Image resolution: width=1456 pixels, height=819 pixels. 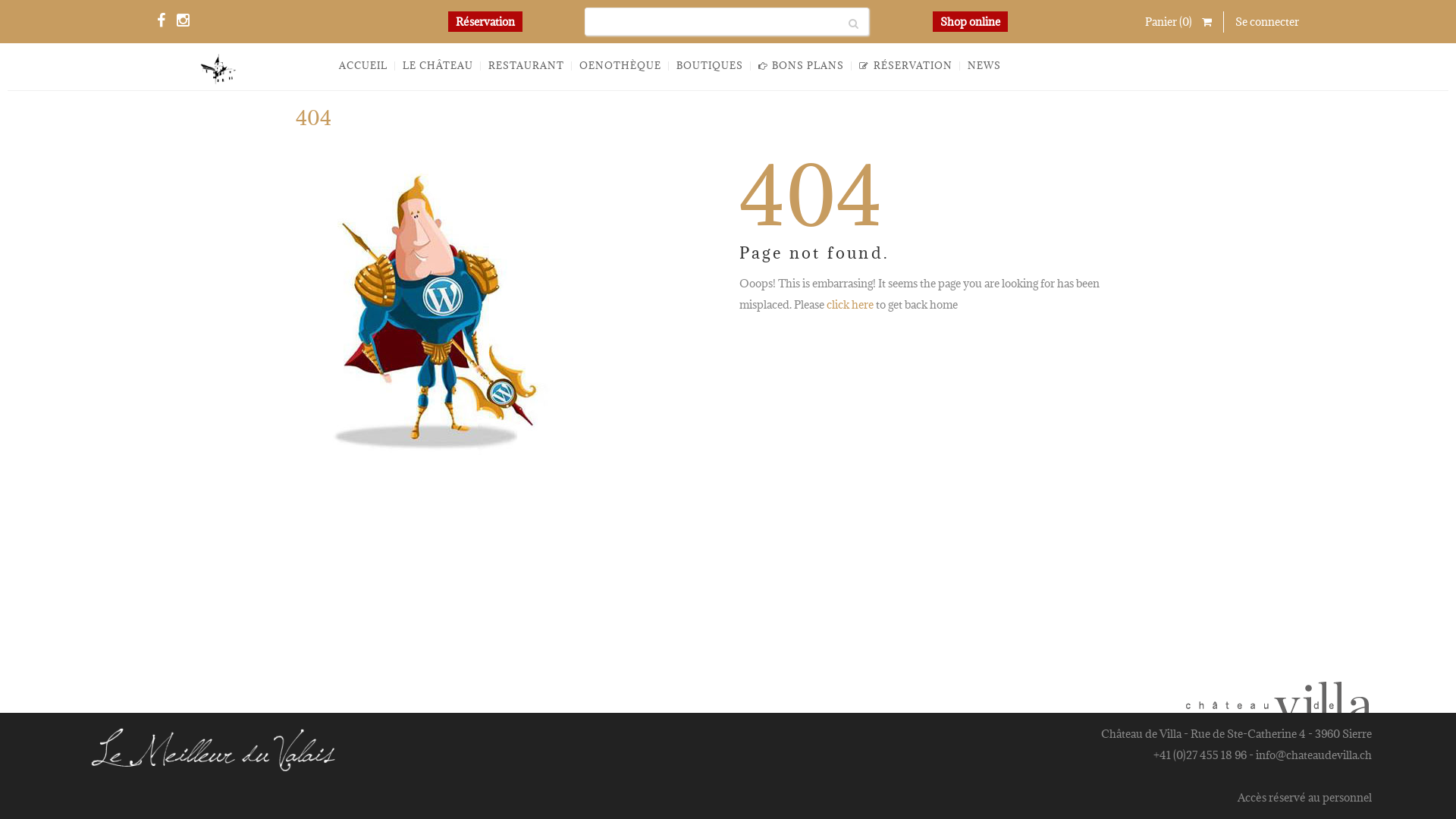 What do you see at coordinates (969, 20) in the screenshot?
I see `'Shop online'` at bounding box center [969, 20].